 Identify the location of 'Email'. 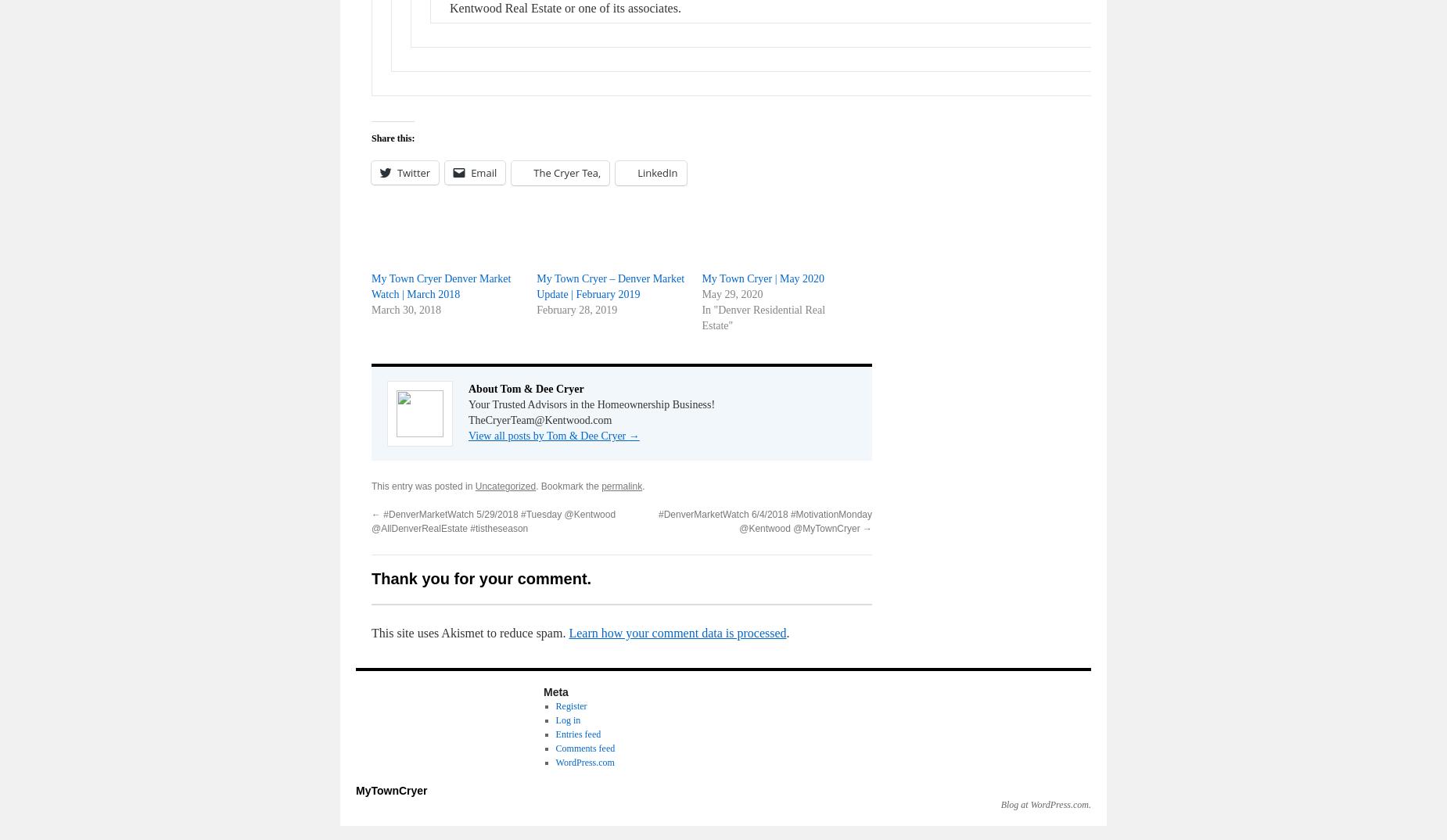
(470, 172).